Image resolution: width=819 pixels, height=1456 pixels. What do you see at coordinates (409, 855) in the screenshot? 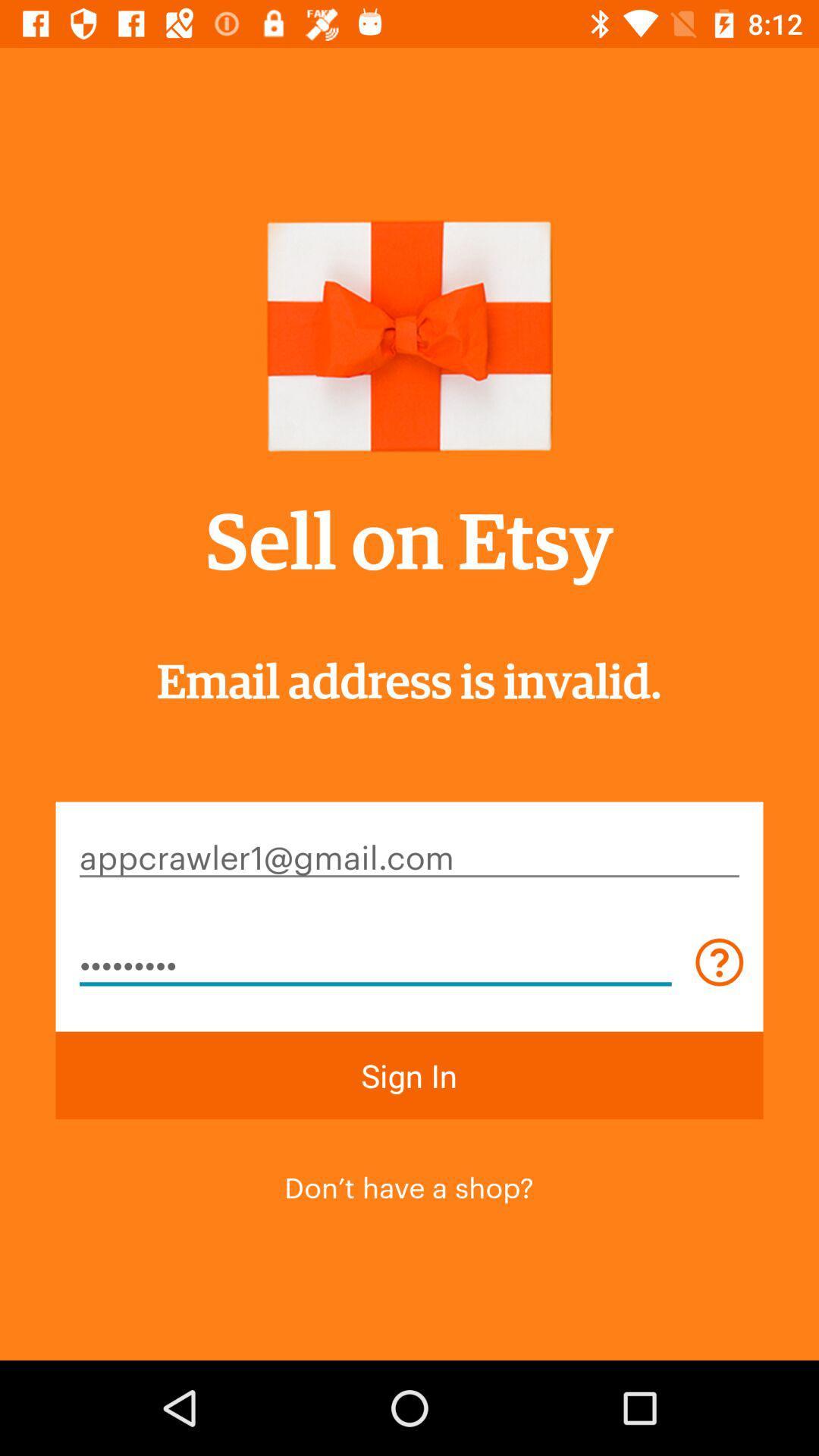
I see `the icon above the crowd3116 item` at bounding box center [409, 855].